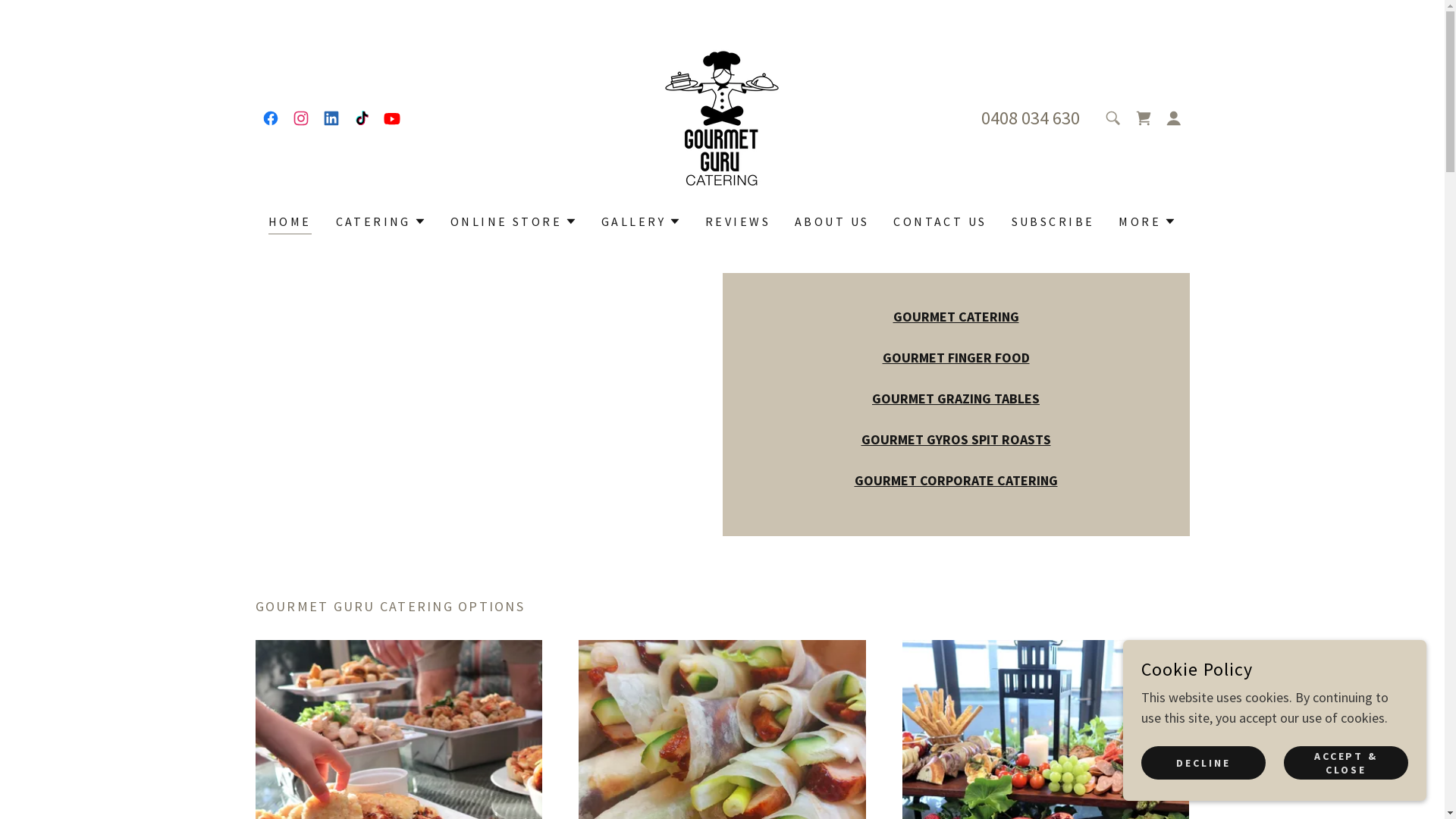 The image size is (1456, 819). I want to click on 'ONLINE STORE', so click(450, 221).